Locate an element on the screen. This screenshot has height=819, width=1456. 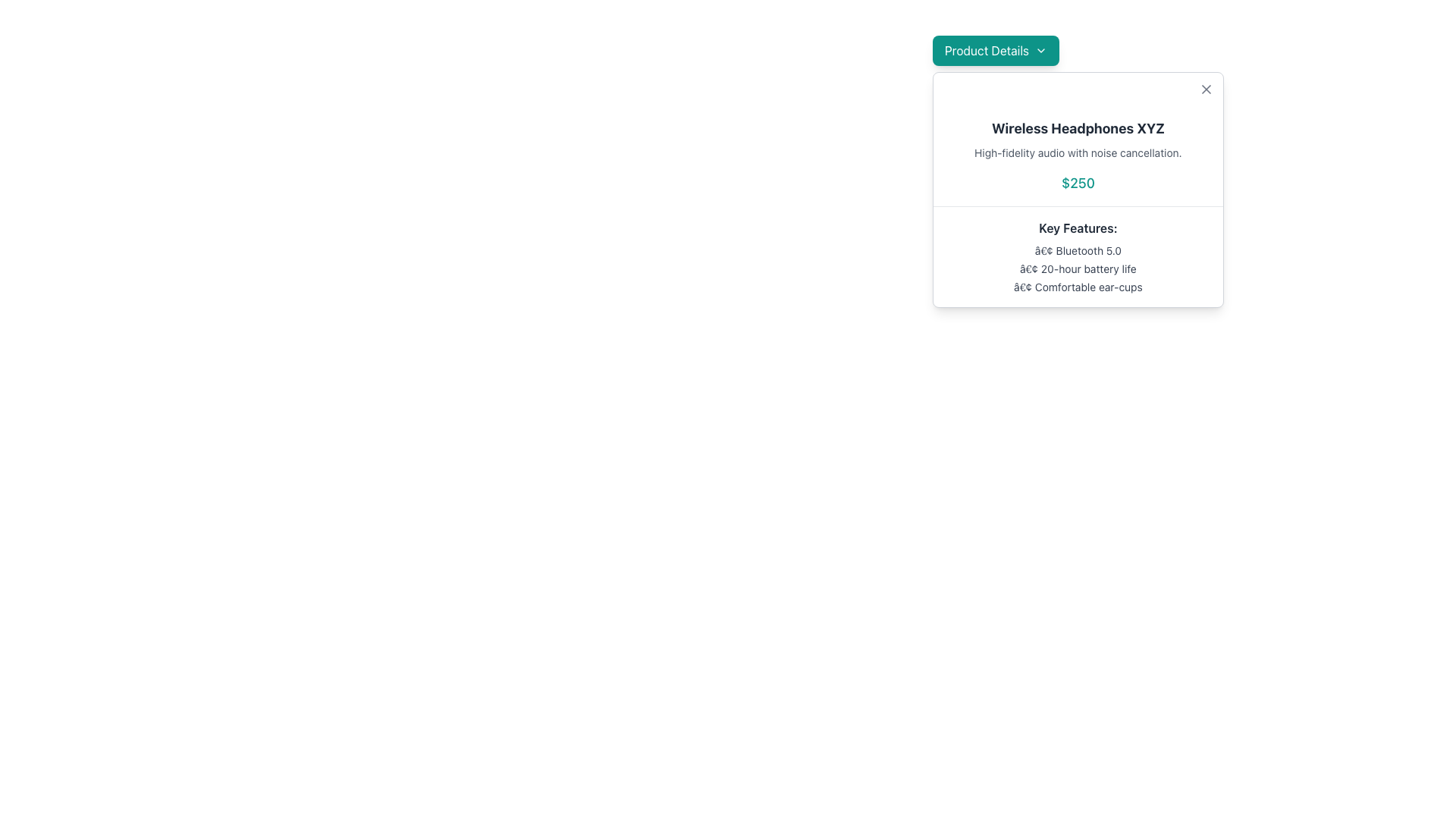
feature description displayed as '• Bluetooth 5.0', which is the first item in the vertical list of key features under the 'Key Features' title is located at coordinates (1077, 250).